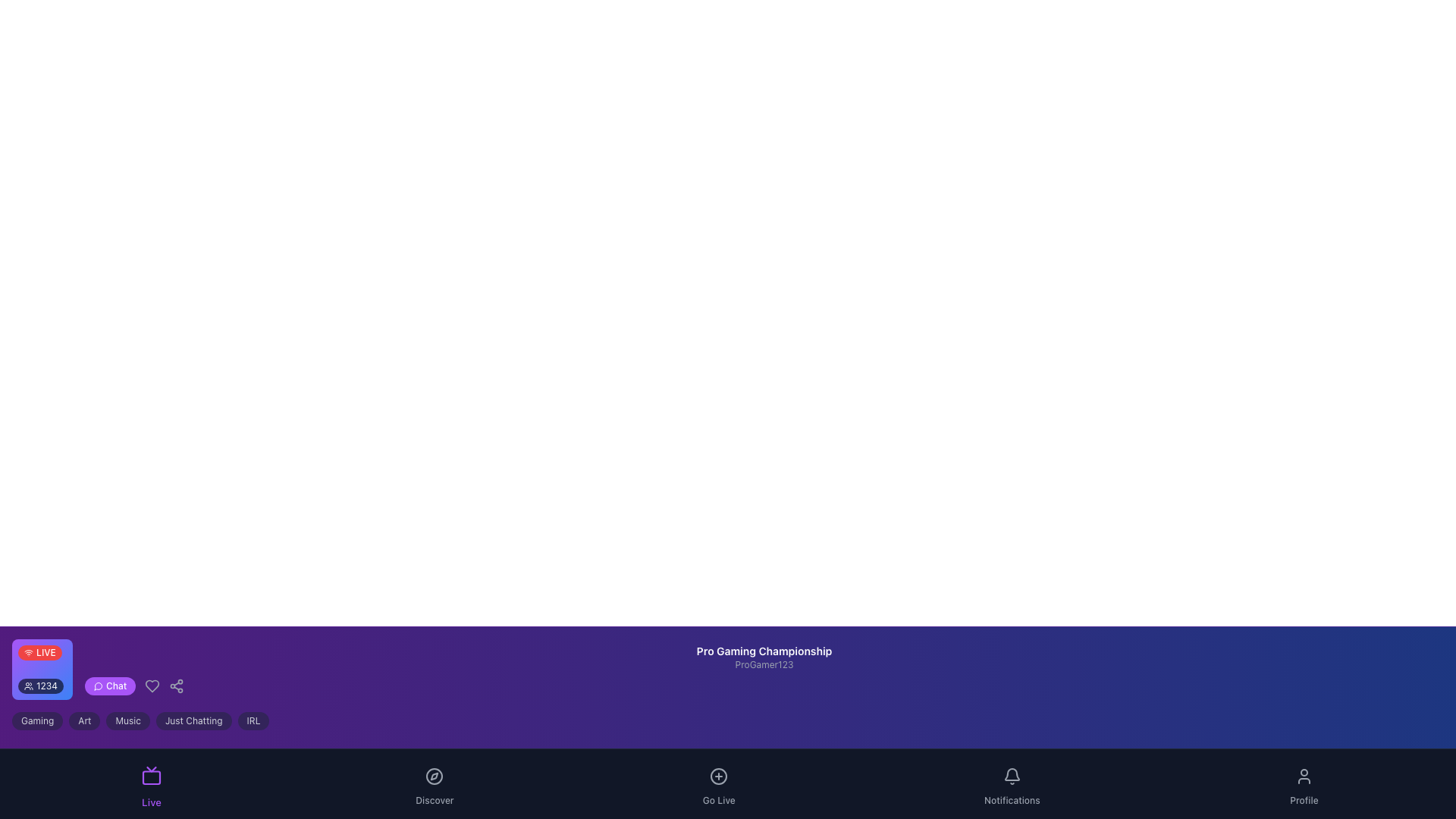 This screenshot has height=819, width=1456. What do you see at coordinates (434, 776) in the screenshot?
I see `the gray compass-like icon with a circular outline and a central star shape located in the center bottom navigation section of the interface, which is the second icon from the left under the 'Discover' label, to trigger the tooltip or visual response` at bounding box center [434, 776].